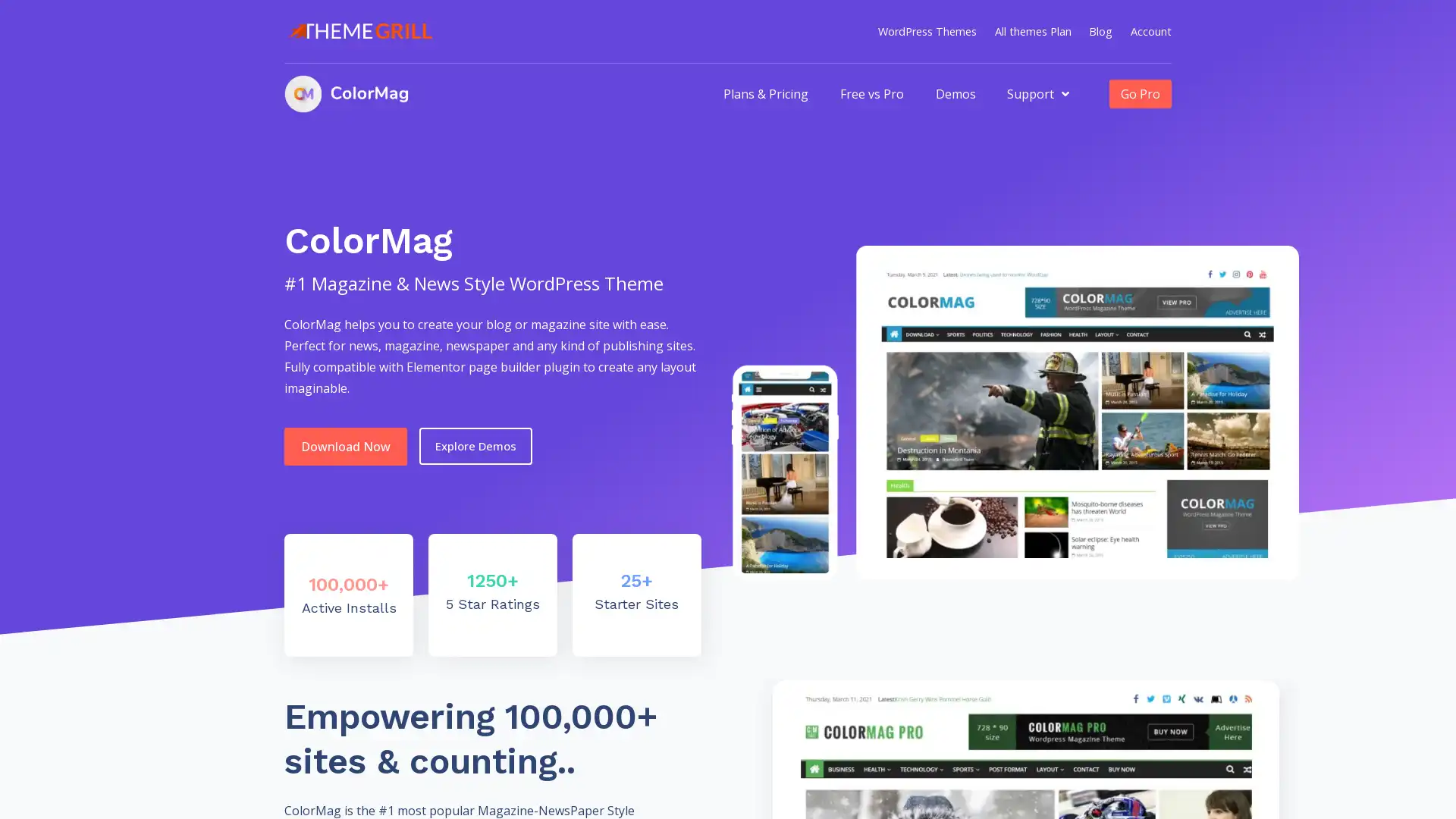 This screenshot has width=1456, height=819. What do you see at coordinates (475, 445) in the screenshot?
I see `Explore Demos` at bounding box center [475, 445].